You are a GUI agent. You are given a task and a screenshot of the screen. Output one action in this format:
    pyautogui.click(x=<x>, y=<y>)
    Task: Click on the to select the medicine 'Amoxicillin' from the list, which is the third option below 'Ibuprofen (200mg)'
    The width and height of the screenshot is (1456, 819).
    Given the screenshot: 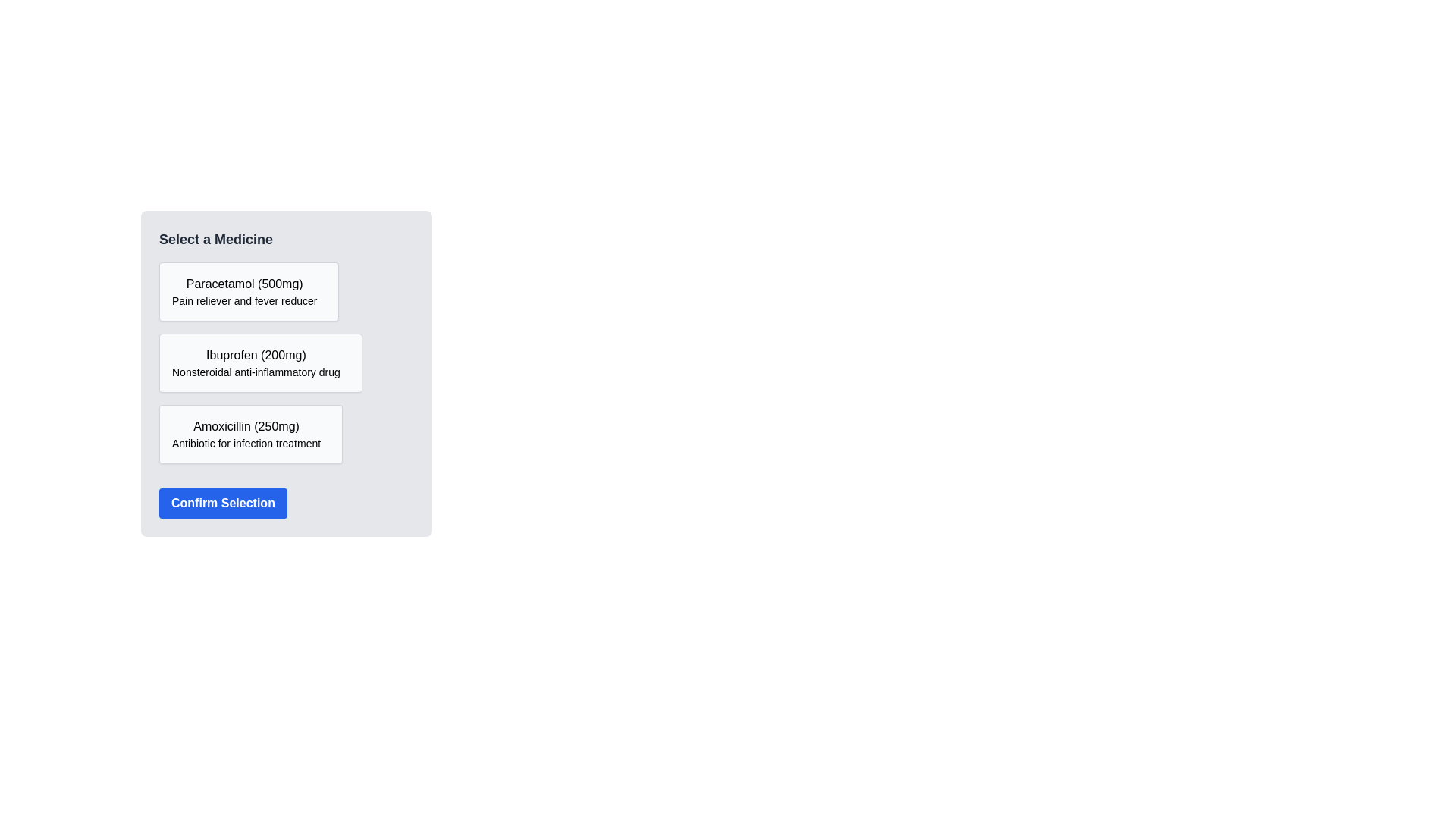 What is the action you would take?
    pyautogui.click(x=246, y=435)
    